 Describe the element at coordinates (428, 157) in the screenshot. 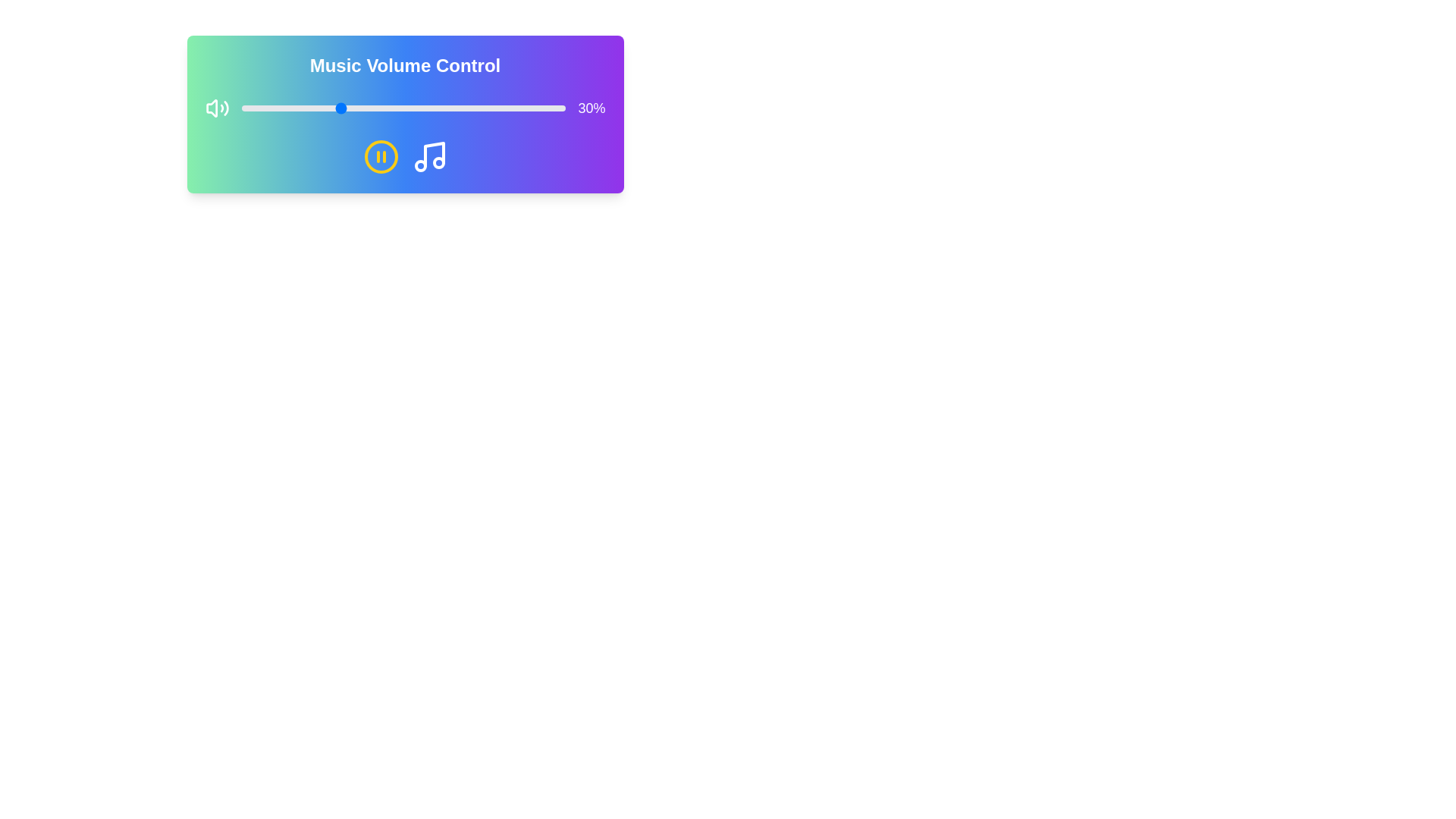

I see `the musical note icon, which is the rightmost icon in the row of icons` at that location.